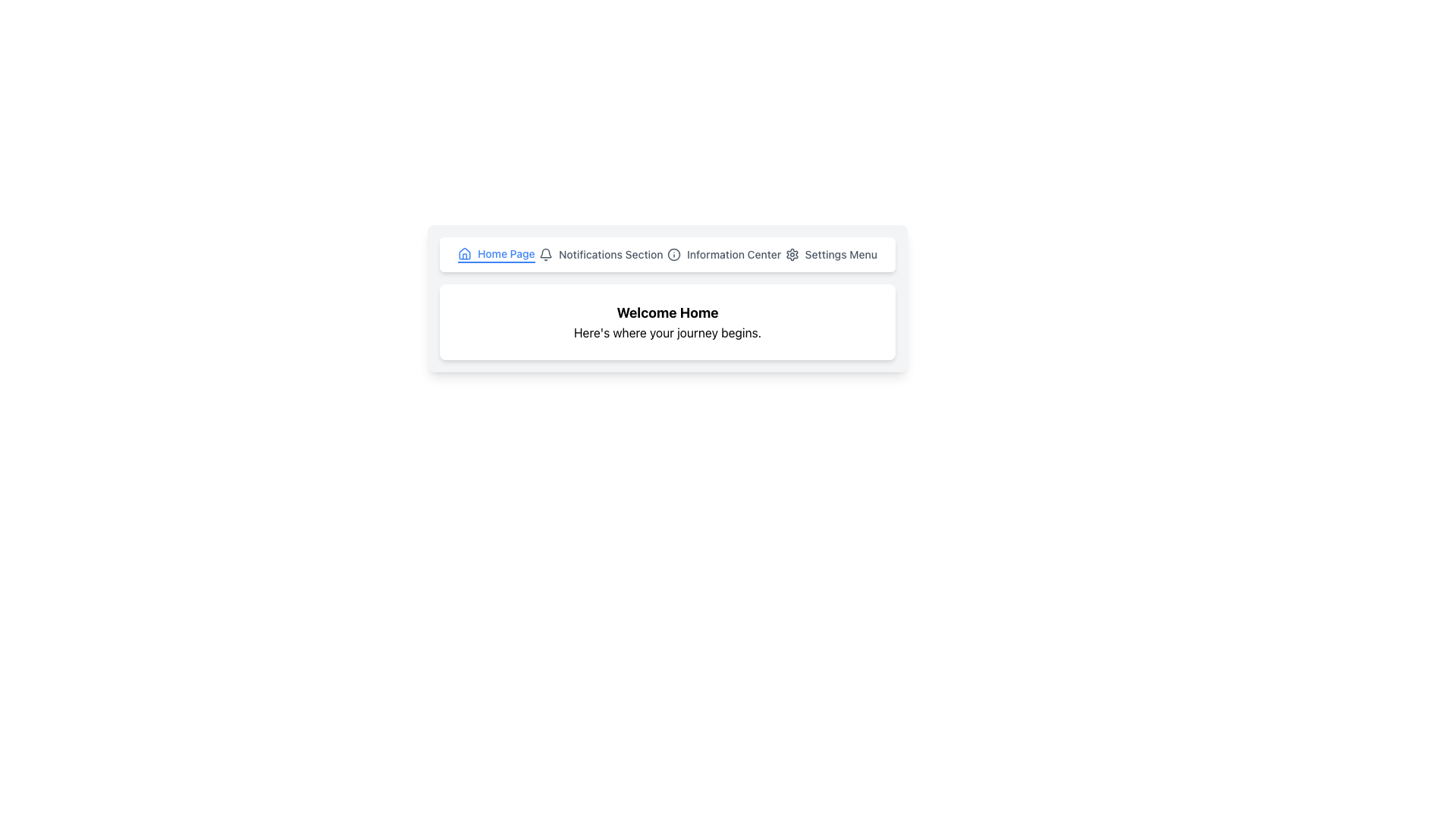 Image resolution: width=1456 pixels, height=819 pixels. What do you see at coordinates (734, 253) in the screenshot?
I see `the third text label in the navigation bar, which serves as a link to the information center, to trigger a tooltip` at bounding box center [734, 253].